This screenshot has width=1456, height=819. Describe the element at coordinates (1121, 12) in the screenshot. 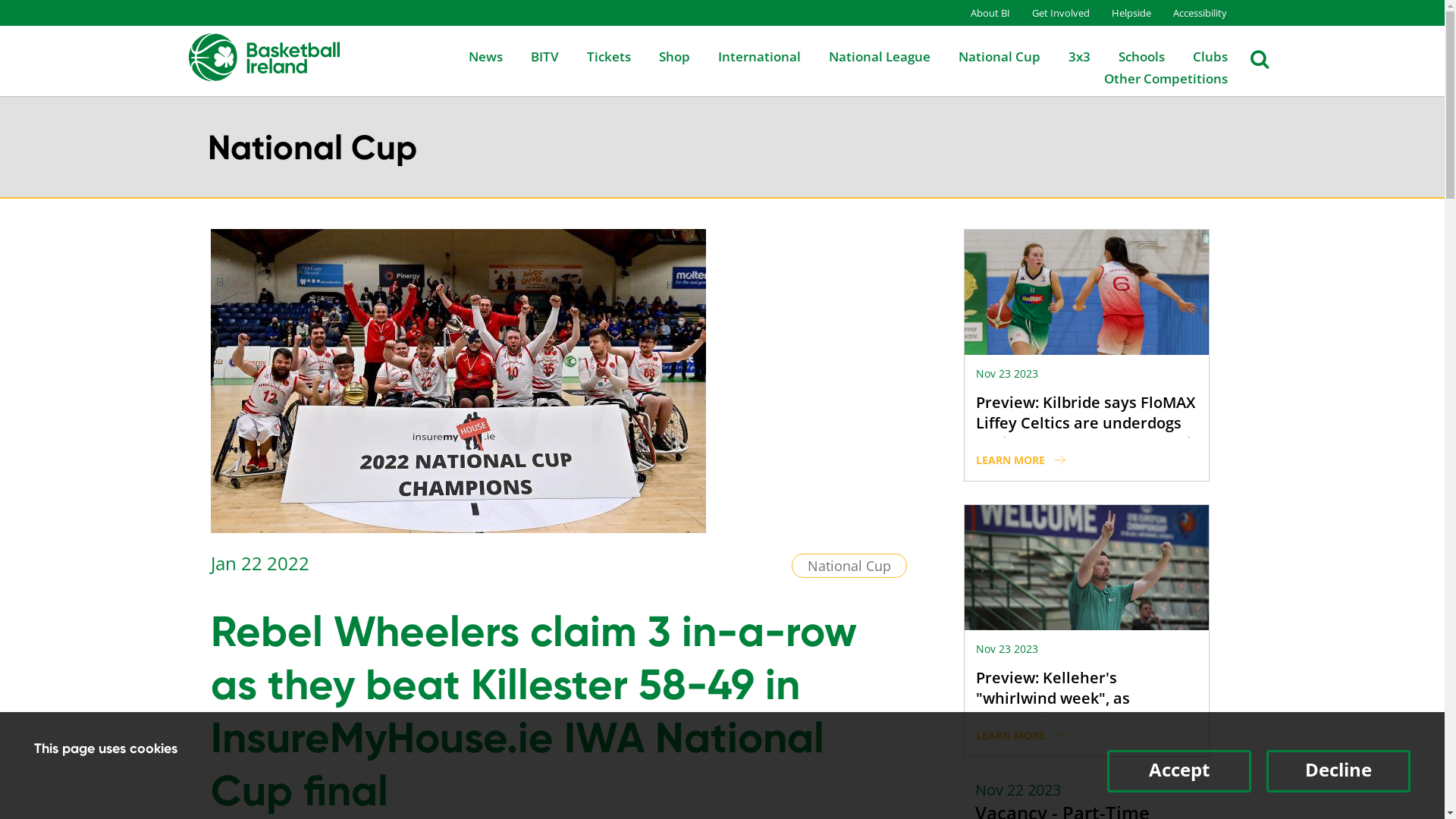

I see `'Helpside'` at that location.